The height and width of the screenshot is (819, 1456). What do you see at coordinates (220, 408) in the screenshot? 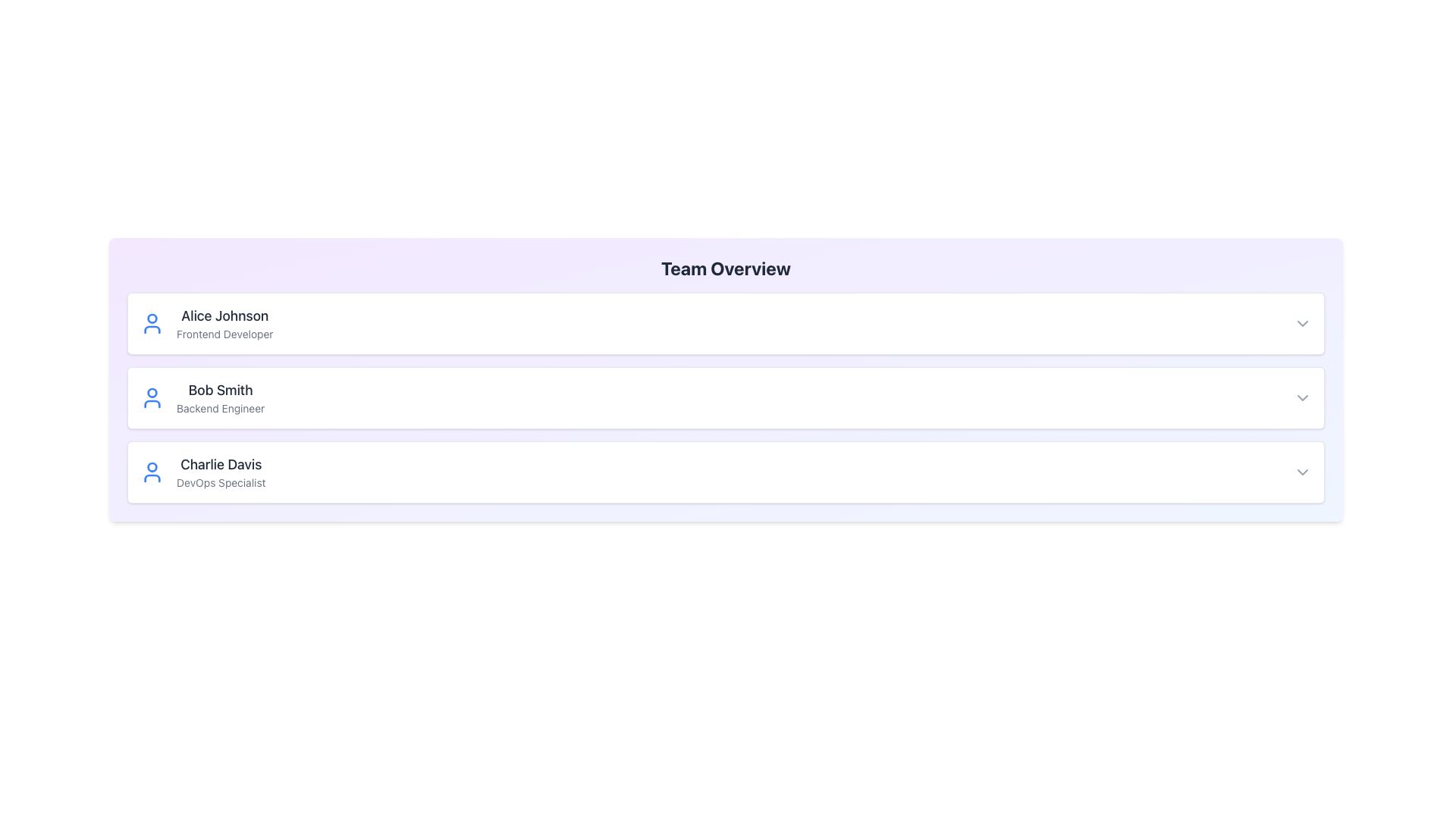
I see `the 'Backend Engineer' text label that is styled in gray and located beneath the name 'Bob Smith' in the user profile list` at bounding box center [220, 408].